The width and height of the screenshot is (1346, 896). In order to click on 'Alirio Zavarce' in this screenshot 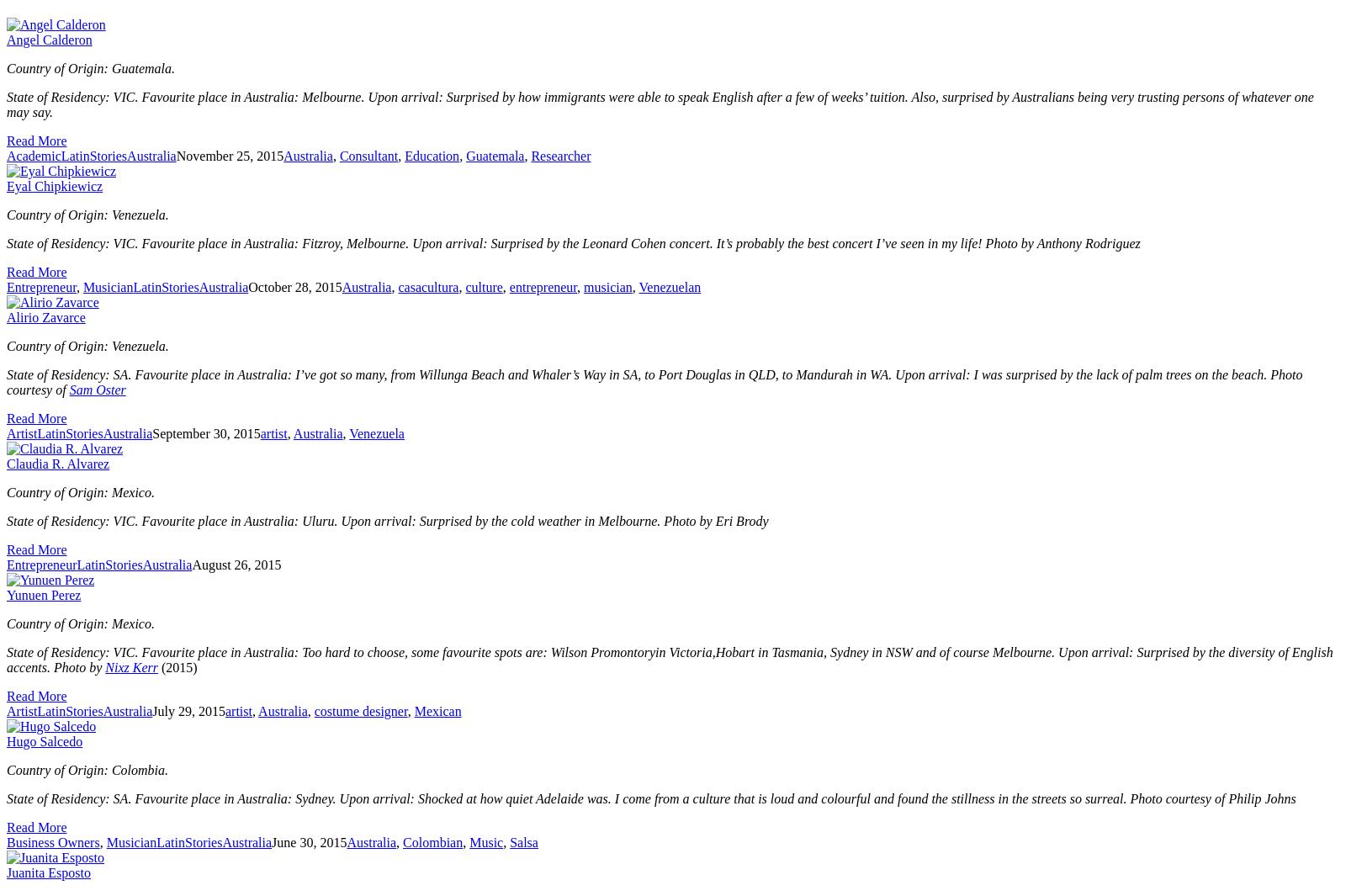, I will do `click(45, 316)`.